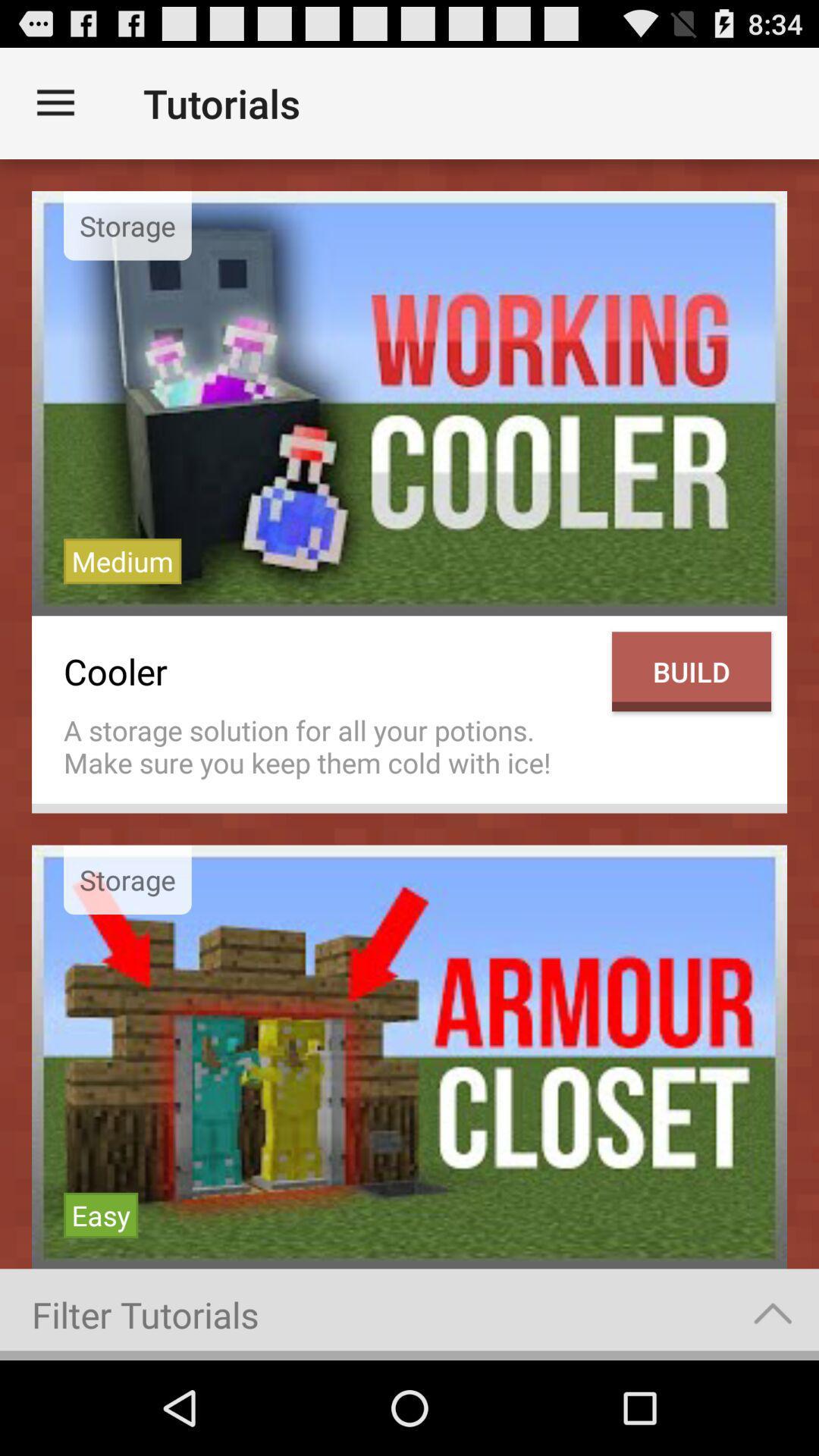 Image resolution: width=819 pixels, height=1456 pixels. I want to click on item next to tutorials item, so click(55, 102).